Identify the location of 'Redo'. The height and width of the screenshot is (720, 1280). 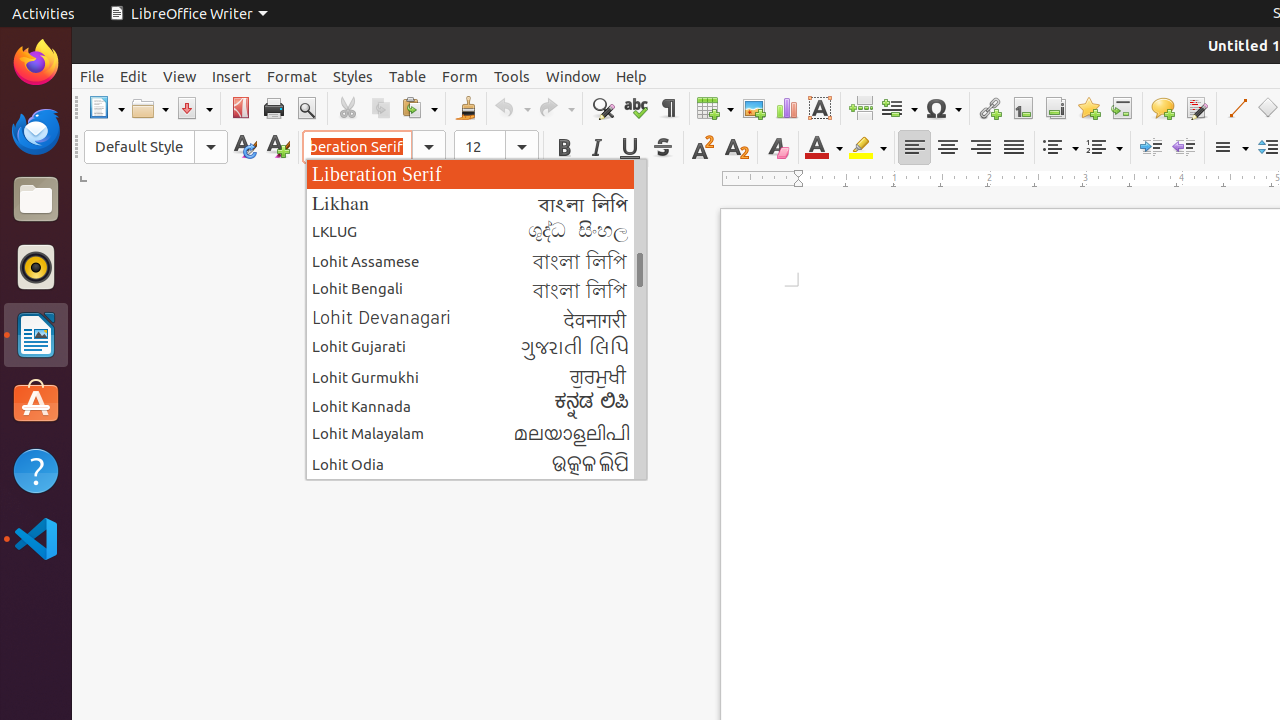
(556, 108).